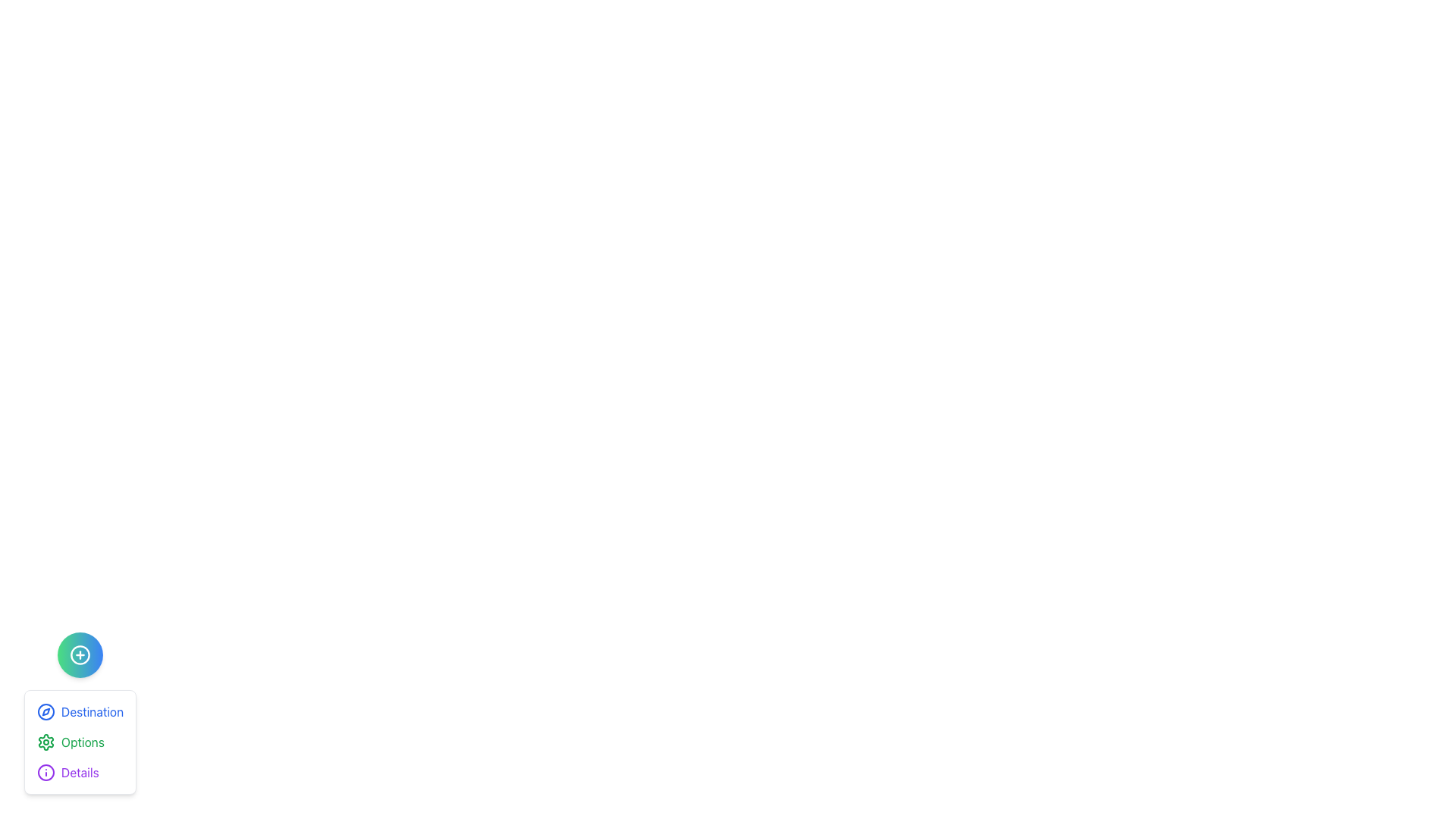 This screenshot has width=1456, height=819. What do you see at coordinates (46, 711) in the screenshot?
I see `the circular compass icon with a blue outline that is the first item in the vertical menu, which also contains the label text 'Destination'` at bounding box center [46, 711].